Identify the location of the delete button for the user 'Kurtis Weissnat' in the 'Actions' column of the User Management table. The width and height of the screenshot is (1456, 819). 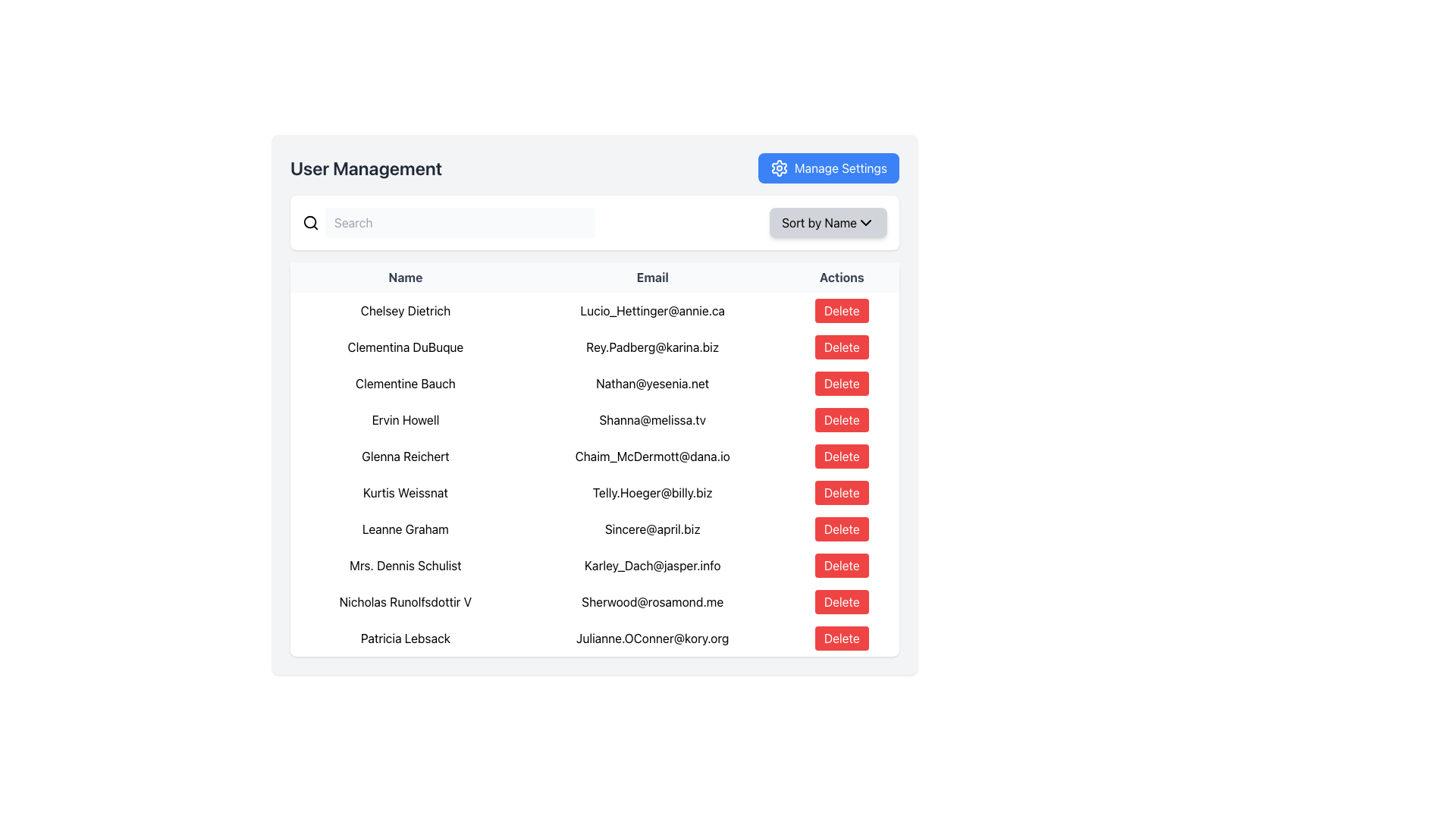
(841, 493).